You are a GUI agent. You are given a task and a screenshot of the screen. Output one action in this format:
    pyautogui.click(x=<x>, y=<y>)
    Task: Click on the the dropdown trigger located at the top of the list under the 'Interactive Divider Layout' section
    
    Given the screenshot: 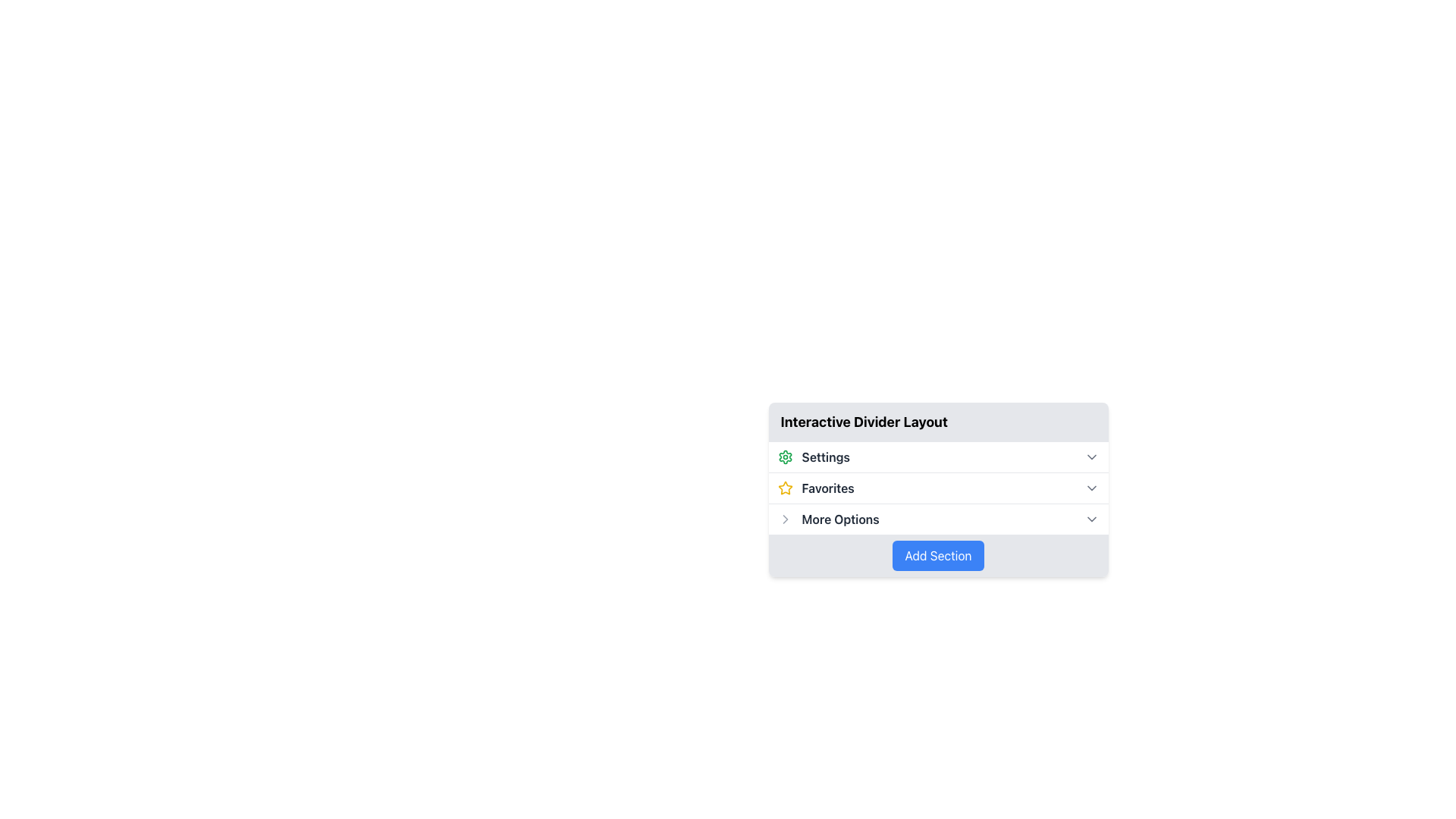 What is the action you would take?
    pyautogui.click(x=937, y=456)
    